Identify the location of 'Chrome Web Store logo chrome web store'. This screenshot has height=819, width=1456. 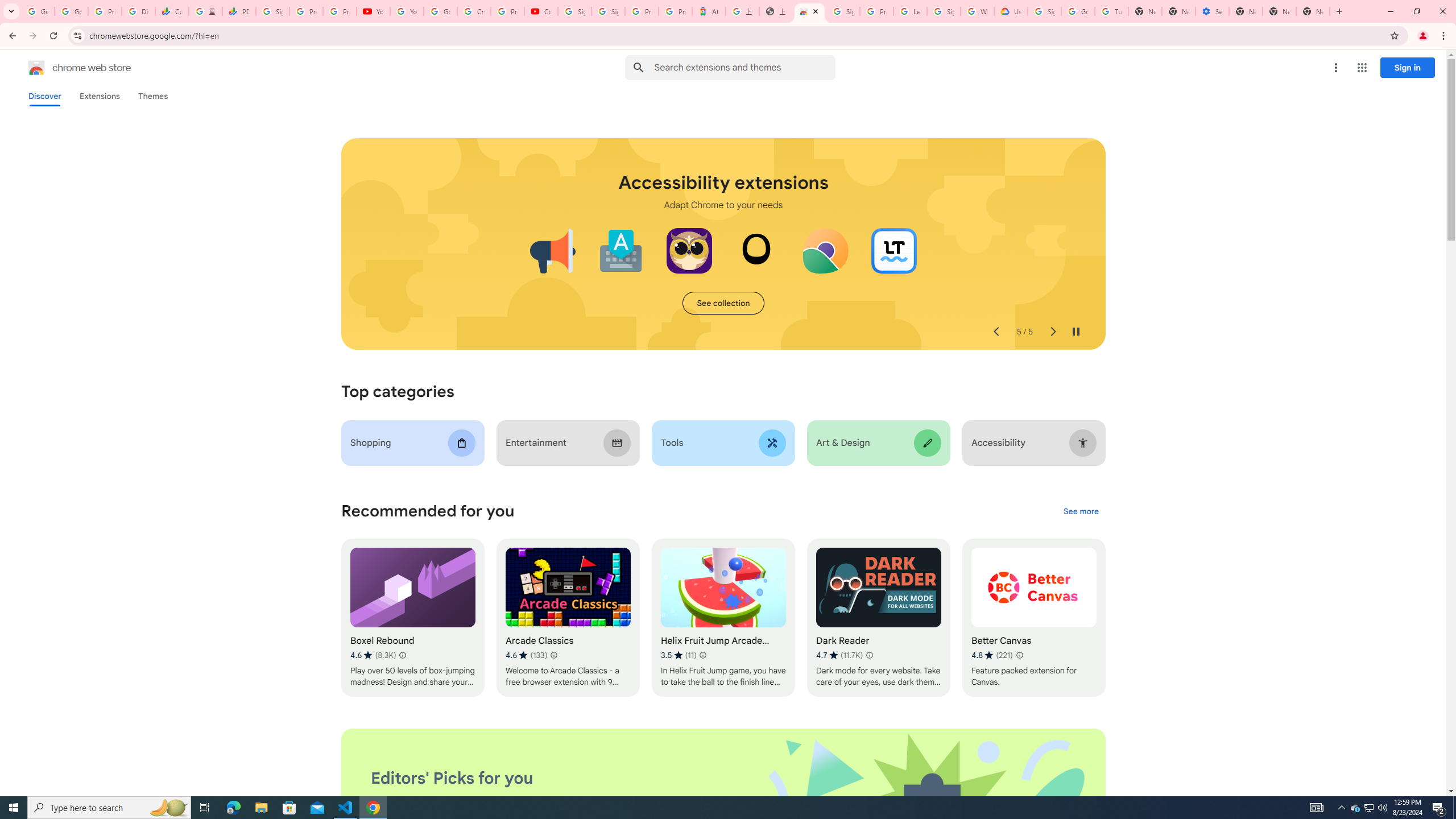
(67, 67).